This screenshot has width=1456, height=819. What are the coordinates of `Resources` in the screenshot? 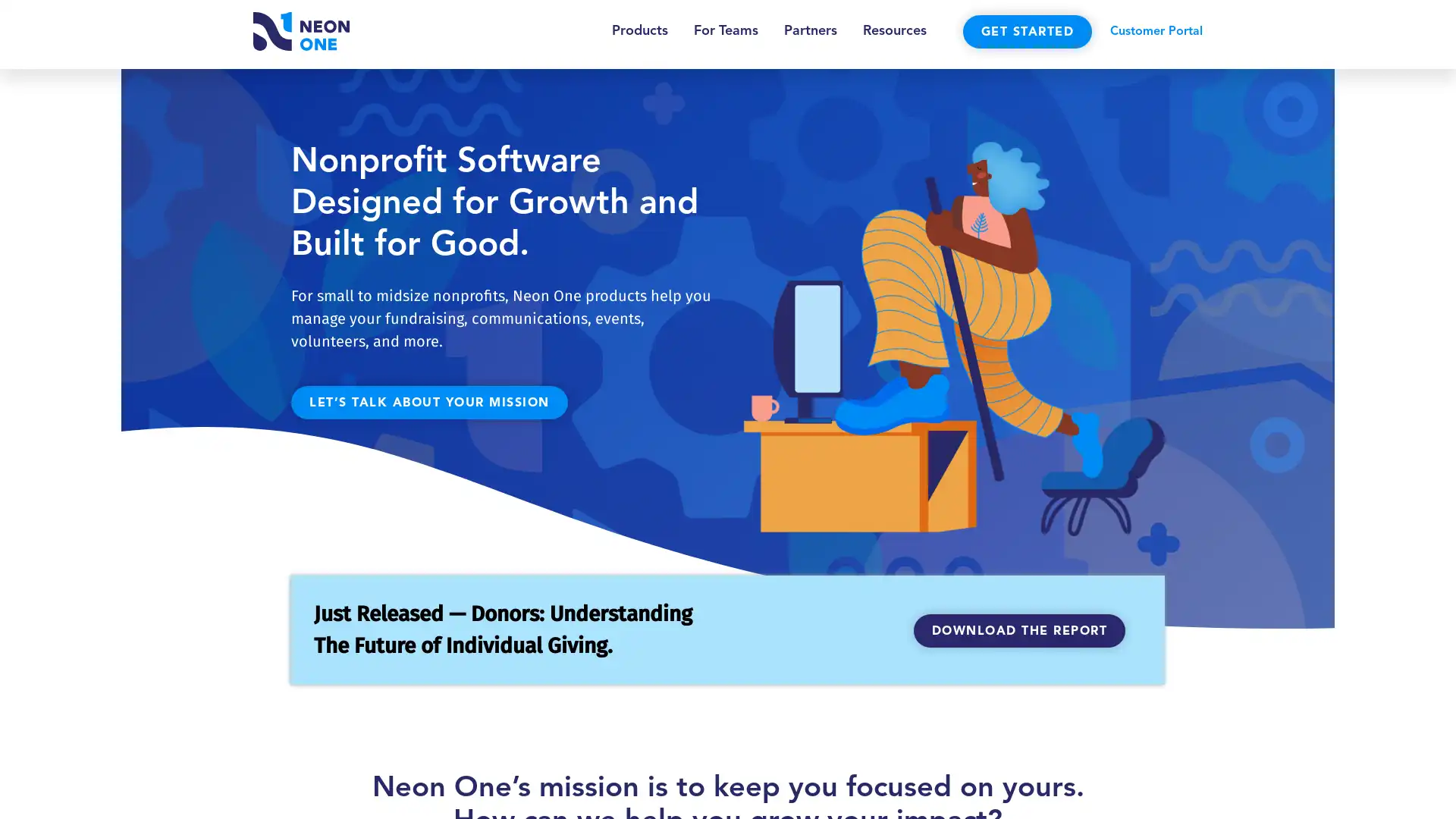 It's located at (894, 31).